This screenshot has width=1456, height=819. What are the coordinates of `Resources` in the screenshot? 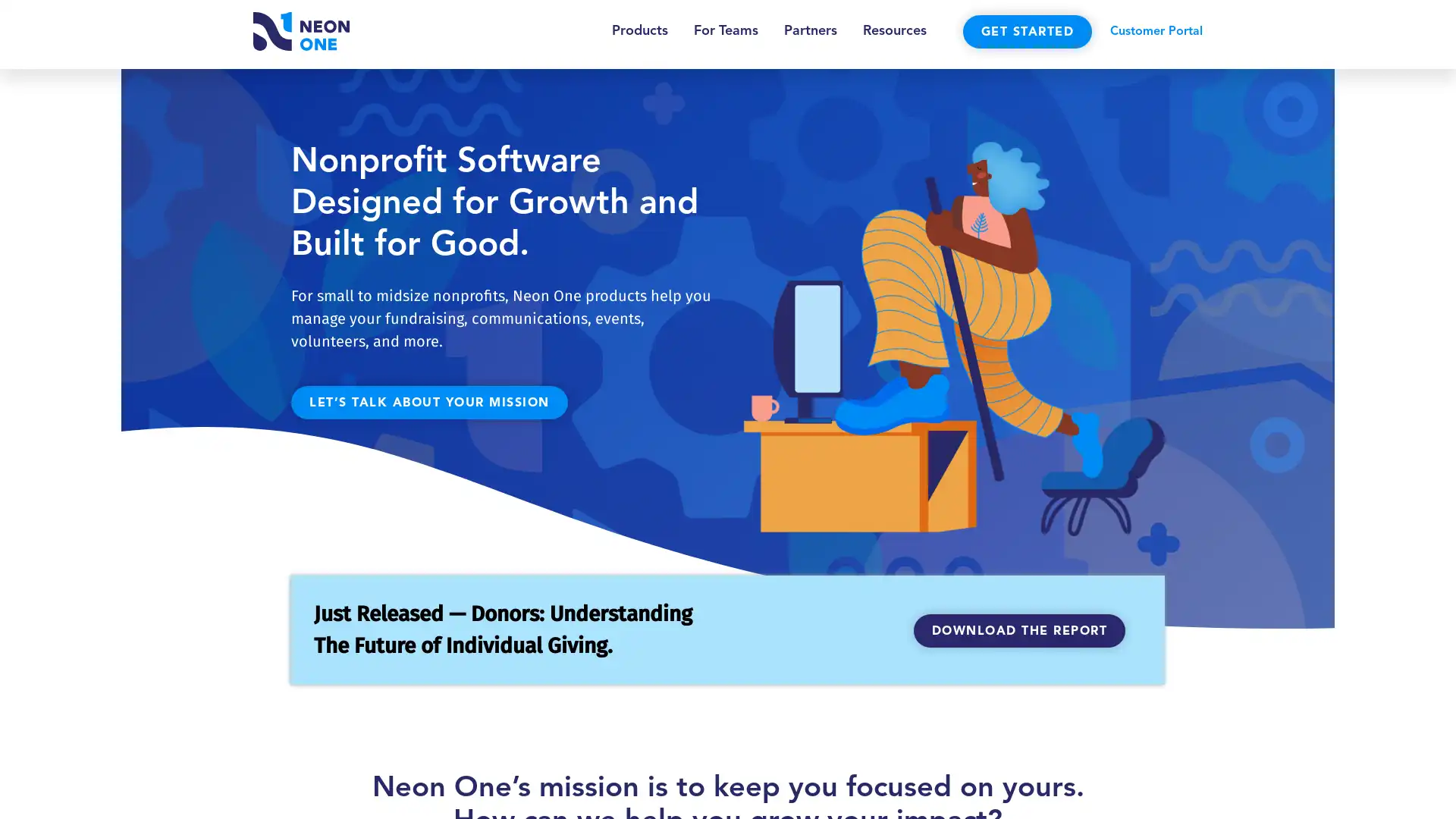 It's located at (894, 31).